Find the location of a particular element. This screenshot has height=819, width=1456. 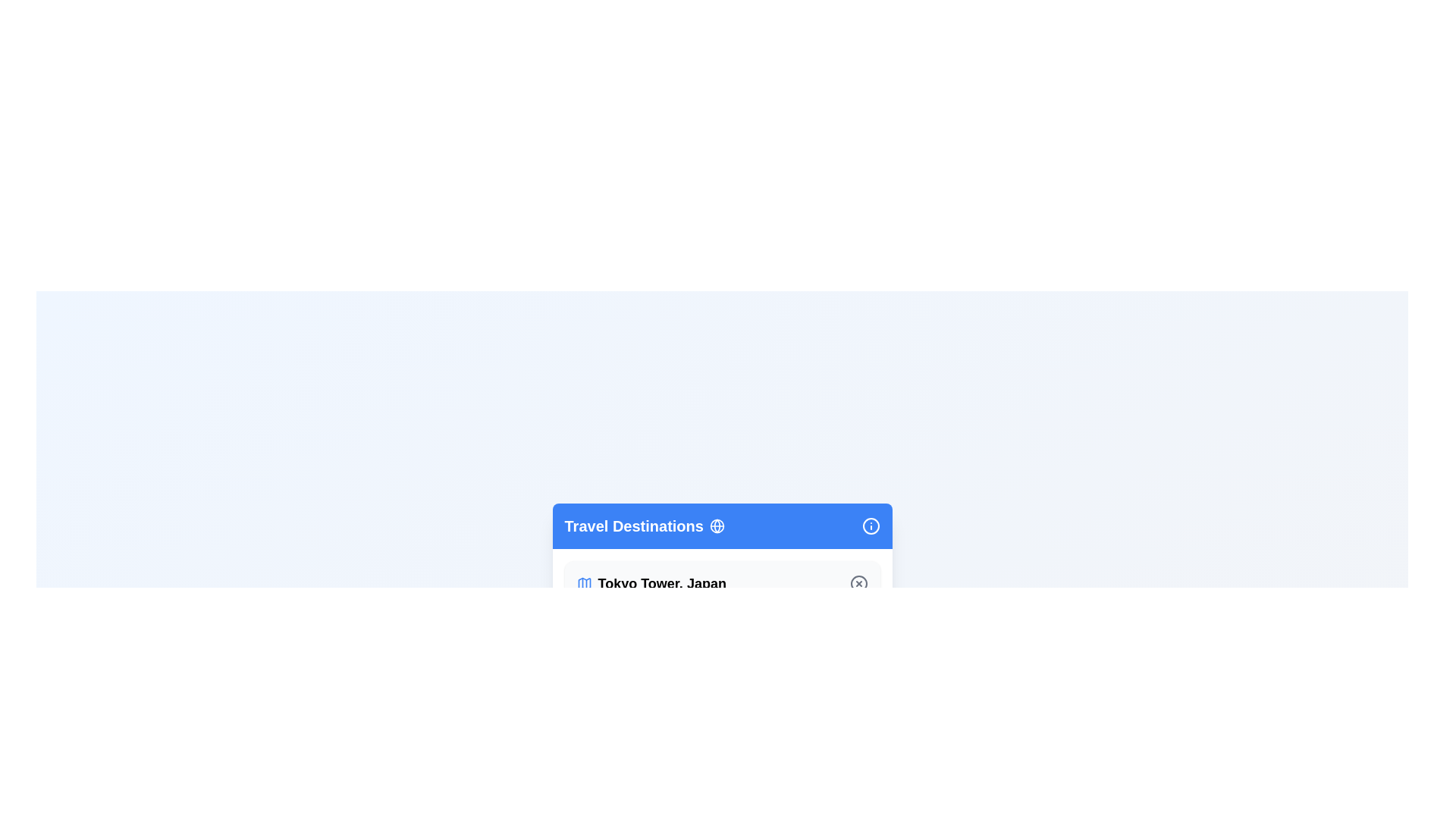

the circular visual component of the icon located in the top-right corner of the blue panel labeled 'Travel Destinations' is located at coordinates (871, 526).